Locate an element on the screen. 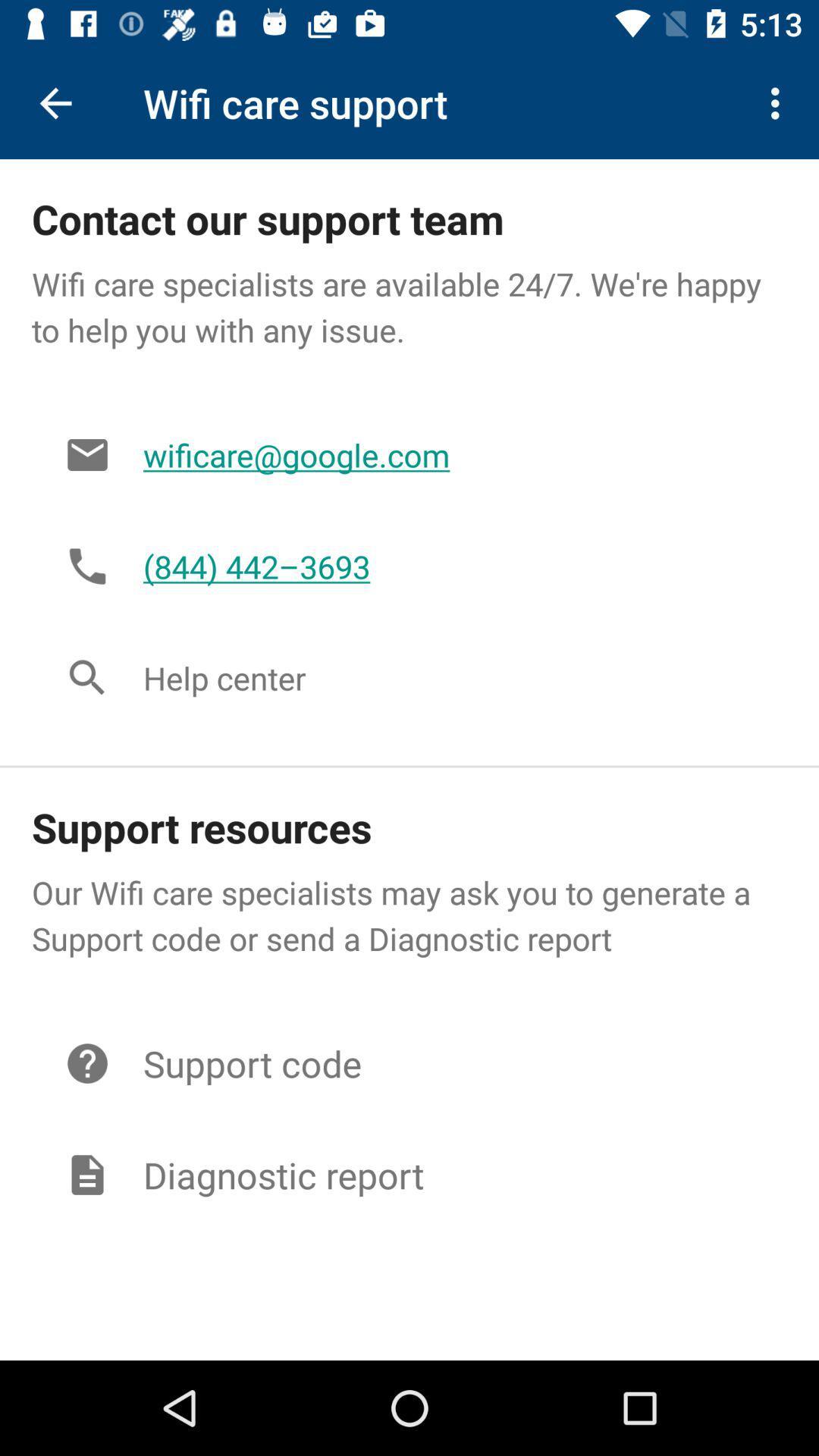  the icon at the top right corner is located at coordinates (779, 102).